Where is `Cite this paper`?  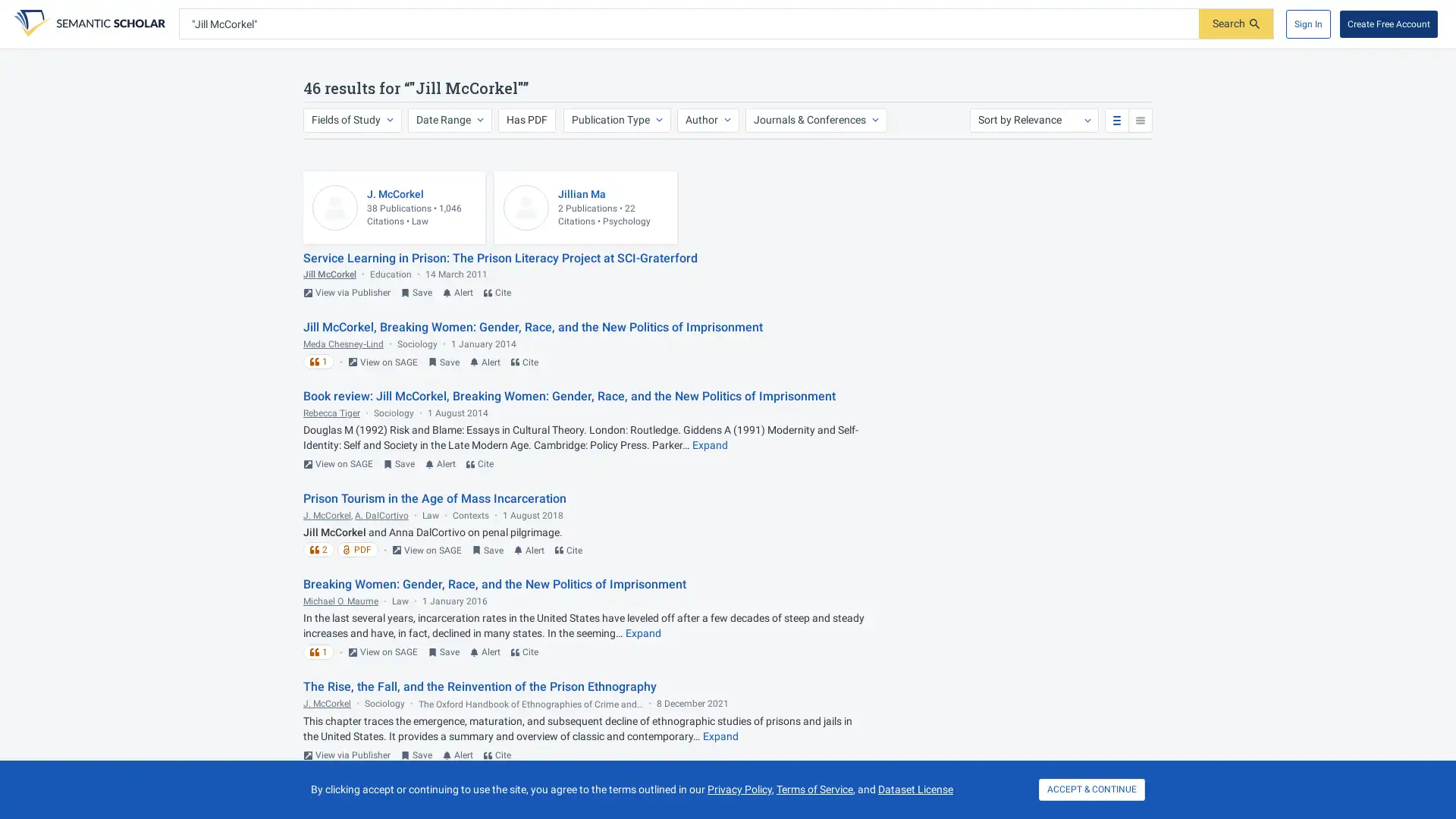
Cite this paper is located at coordinates (497, 293).